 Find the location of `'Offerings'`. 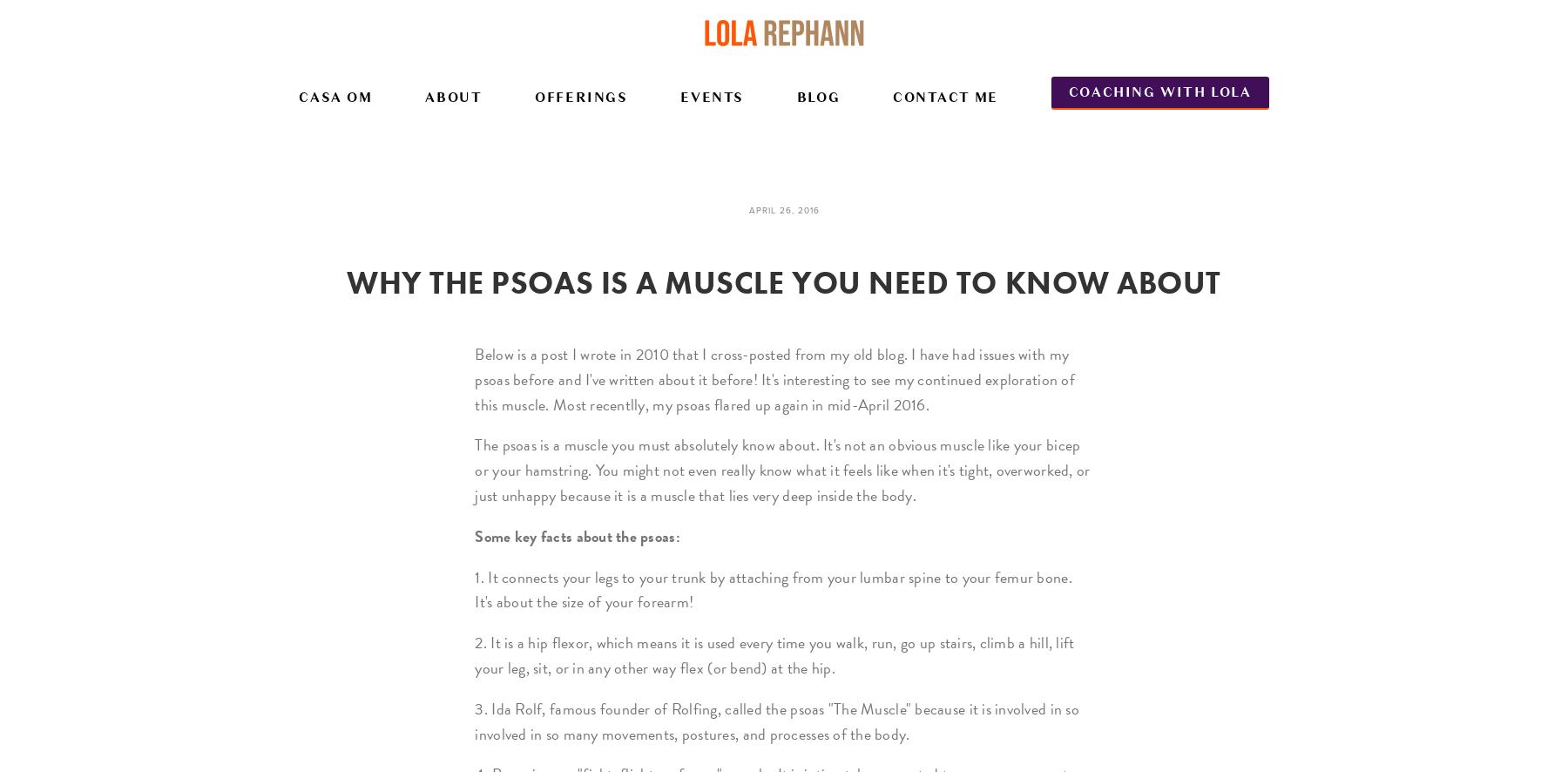

'Offerings' is located at coordinates (581, 97).